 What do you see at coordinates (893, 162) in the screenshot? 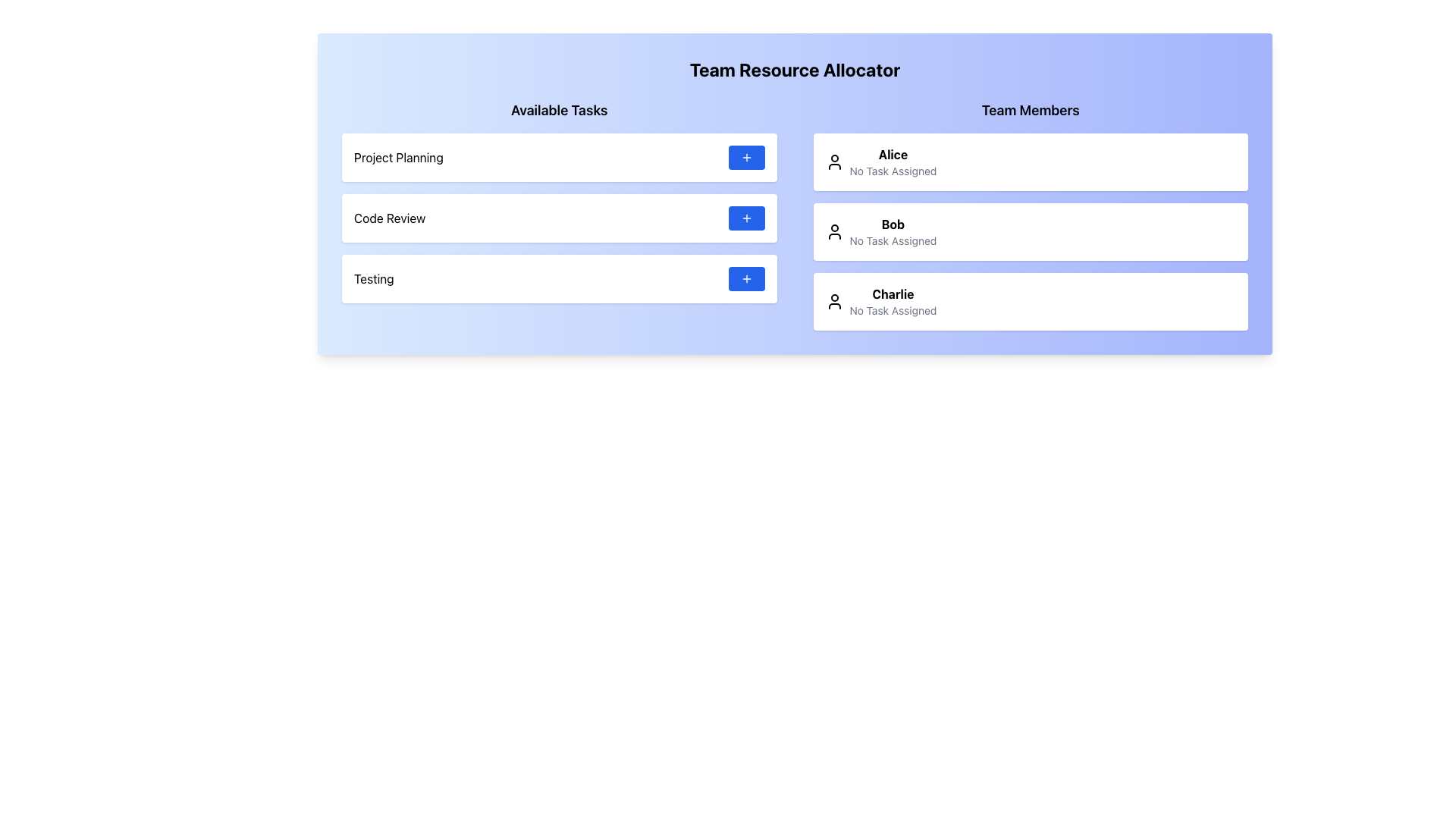
I see `the Label with the bold 'Alice' text that indicates 'No Task Assigned' below it, located in the topmost block under the 'Team Members' column on the right side of the interface` at bounding box center [893, 162].